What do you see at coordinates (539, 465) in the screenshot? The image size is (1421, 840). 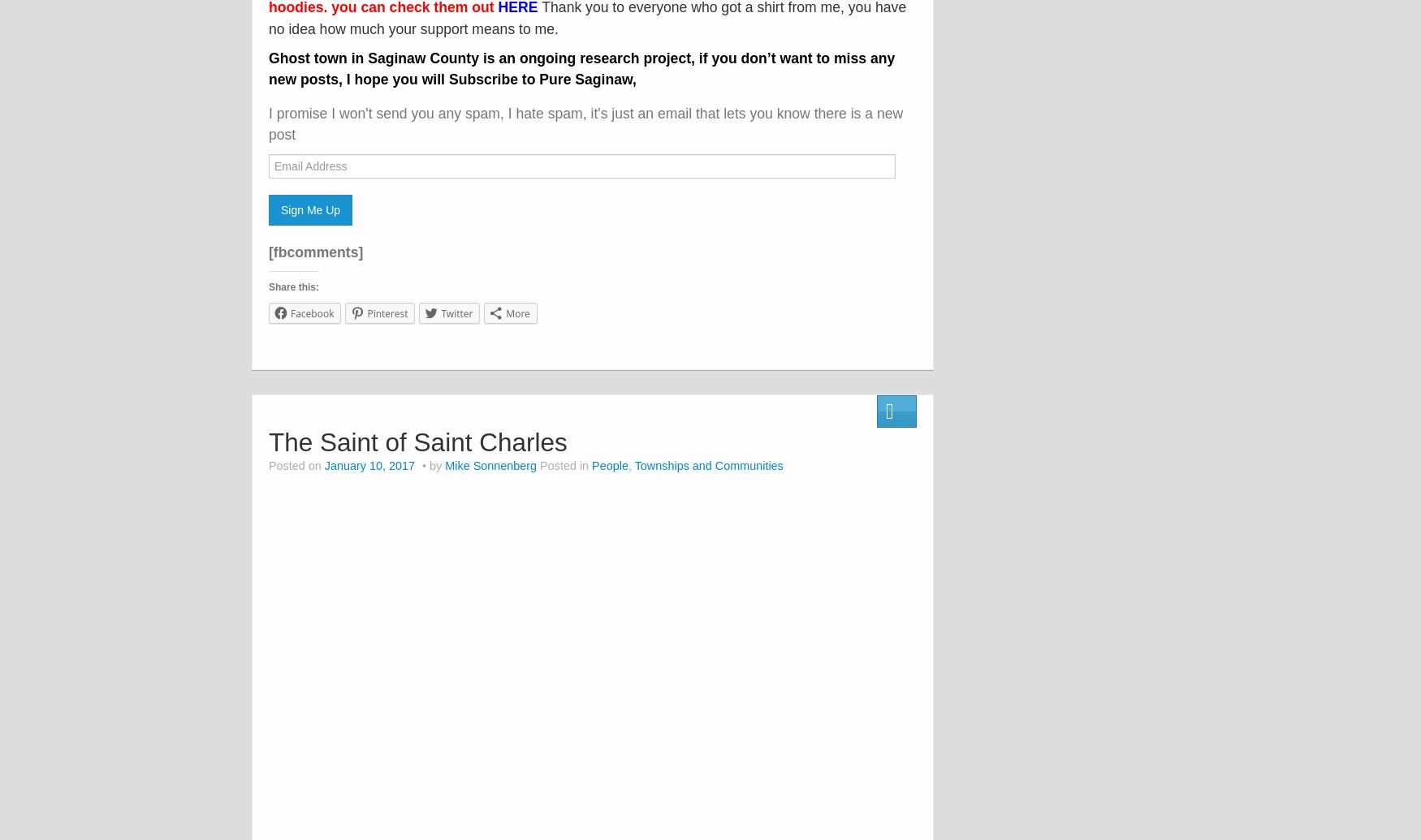 I see `'Posted in'` at bounding box center [539, 465].